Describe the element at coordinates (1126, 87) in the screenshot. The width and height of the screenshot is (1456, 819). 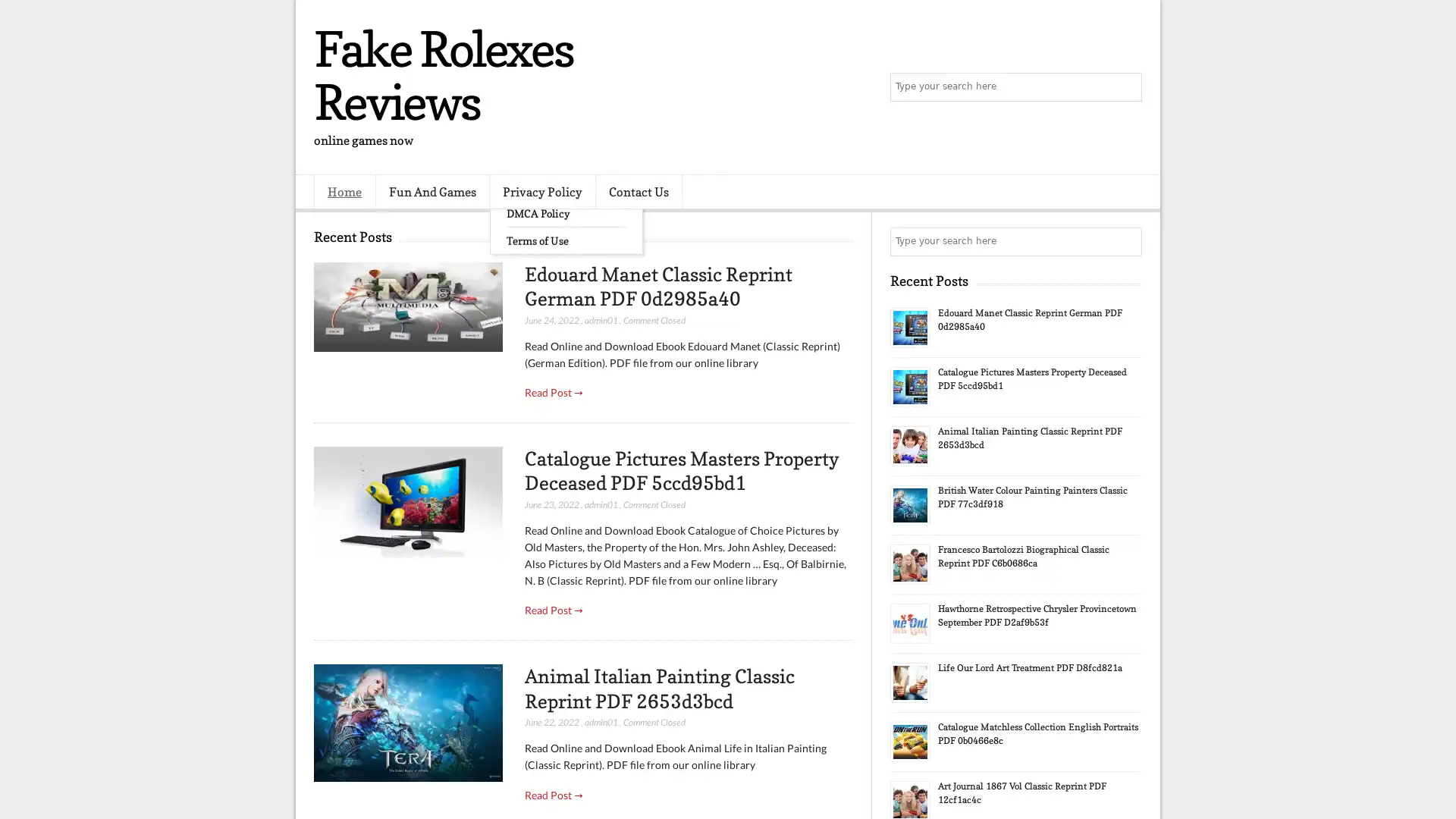
I see `Search` at that location.